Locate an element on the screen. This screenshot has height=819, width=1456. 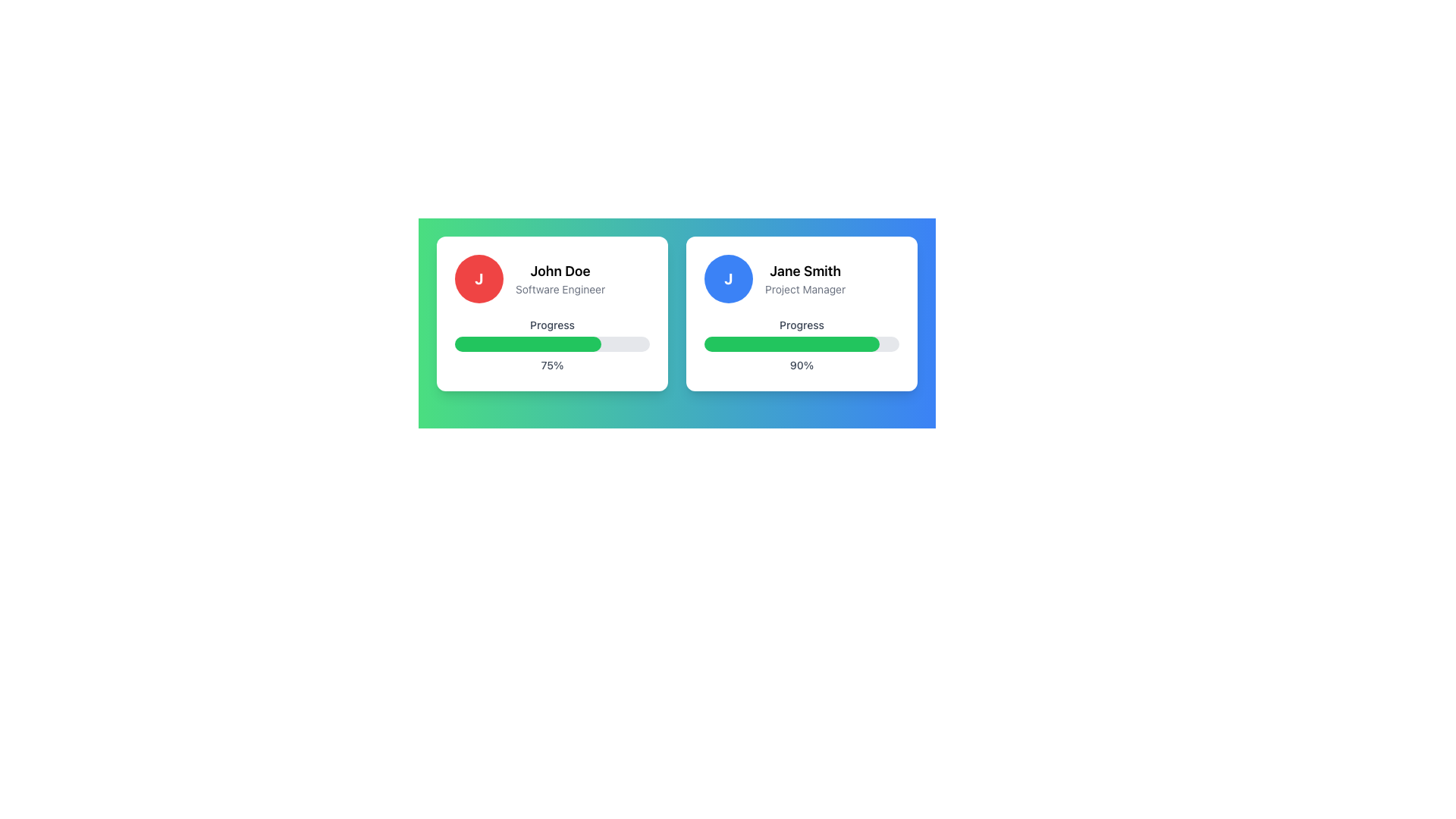
the 'Progress' text label that is displayed in gray color, located beneath the heading 'John Doe' and above a green progress bar is located at coordinates (551, 324).